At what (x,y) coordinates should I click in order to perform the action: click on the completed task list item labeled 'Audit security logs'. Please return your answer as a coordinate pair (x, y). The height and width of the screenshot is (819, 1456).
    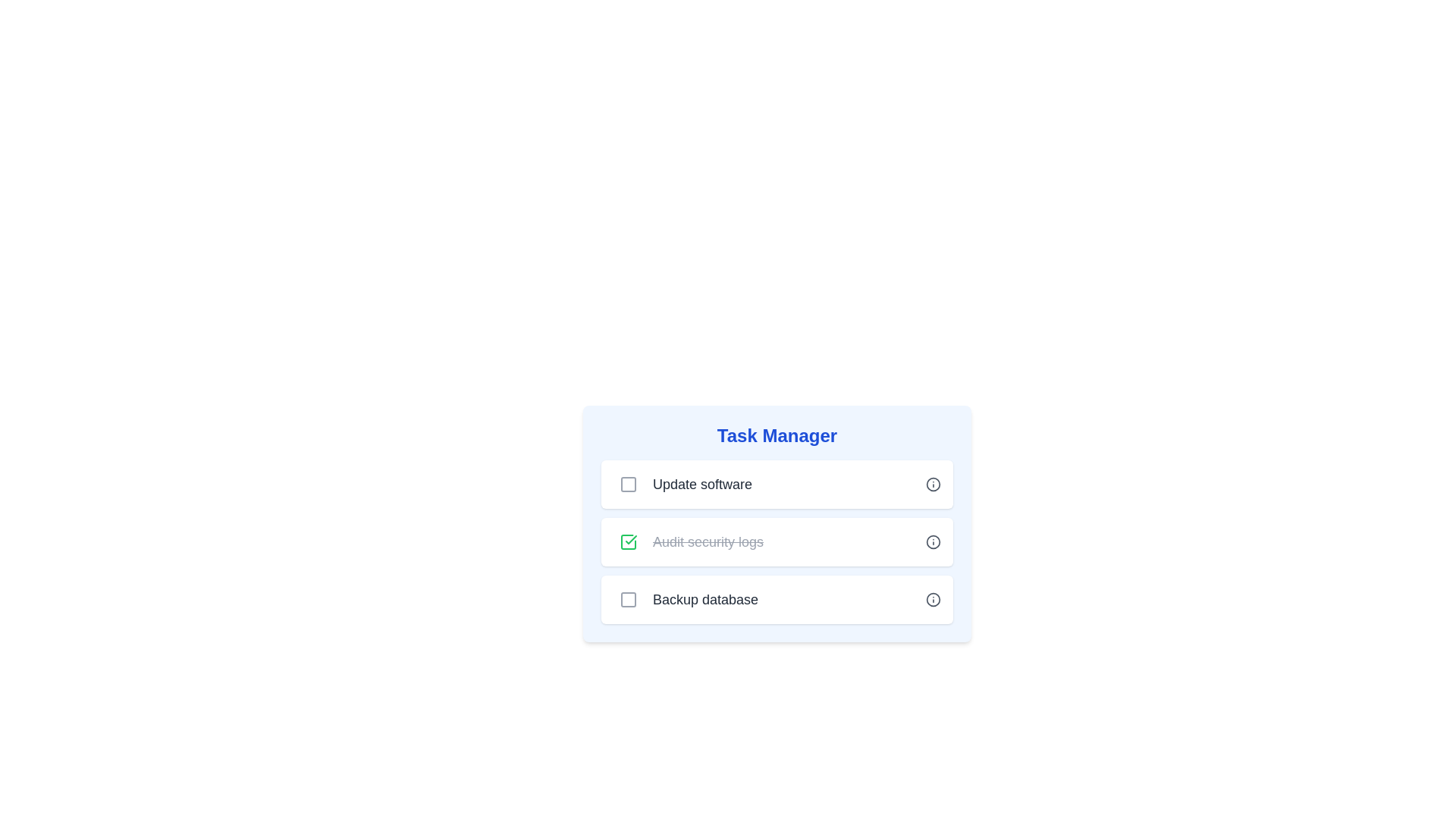
    Looking at the image, I should click on (777, 585).